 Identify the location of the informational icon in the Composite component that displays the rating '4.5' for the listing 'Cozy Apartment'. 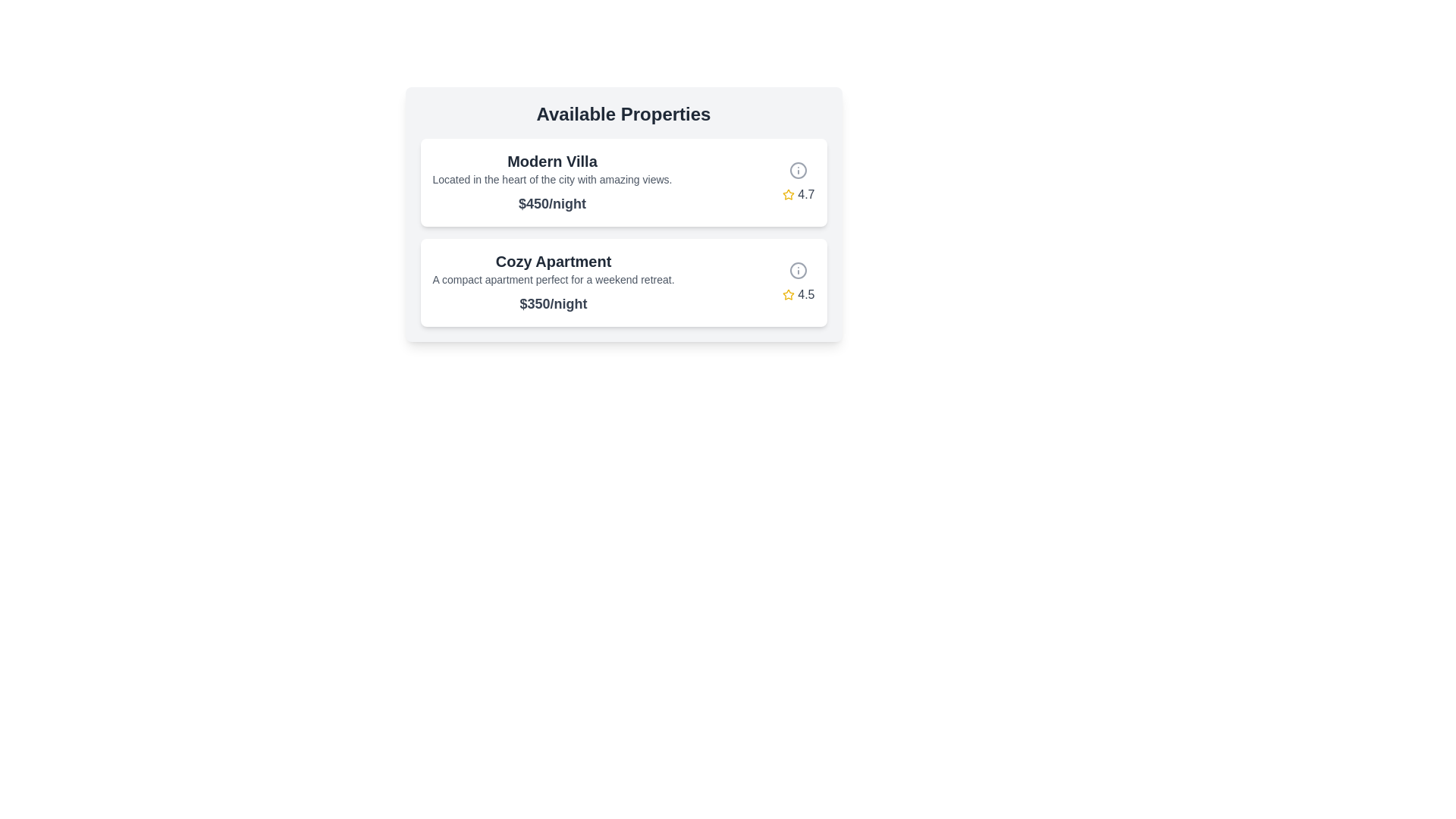
(798, 283).